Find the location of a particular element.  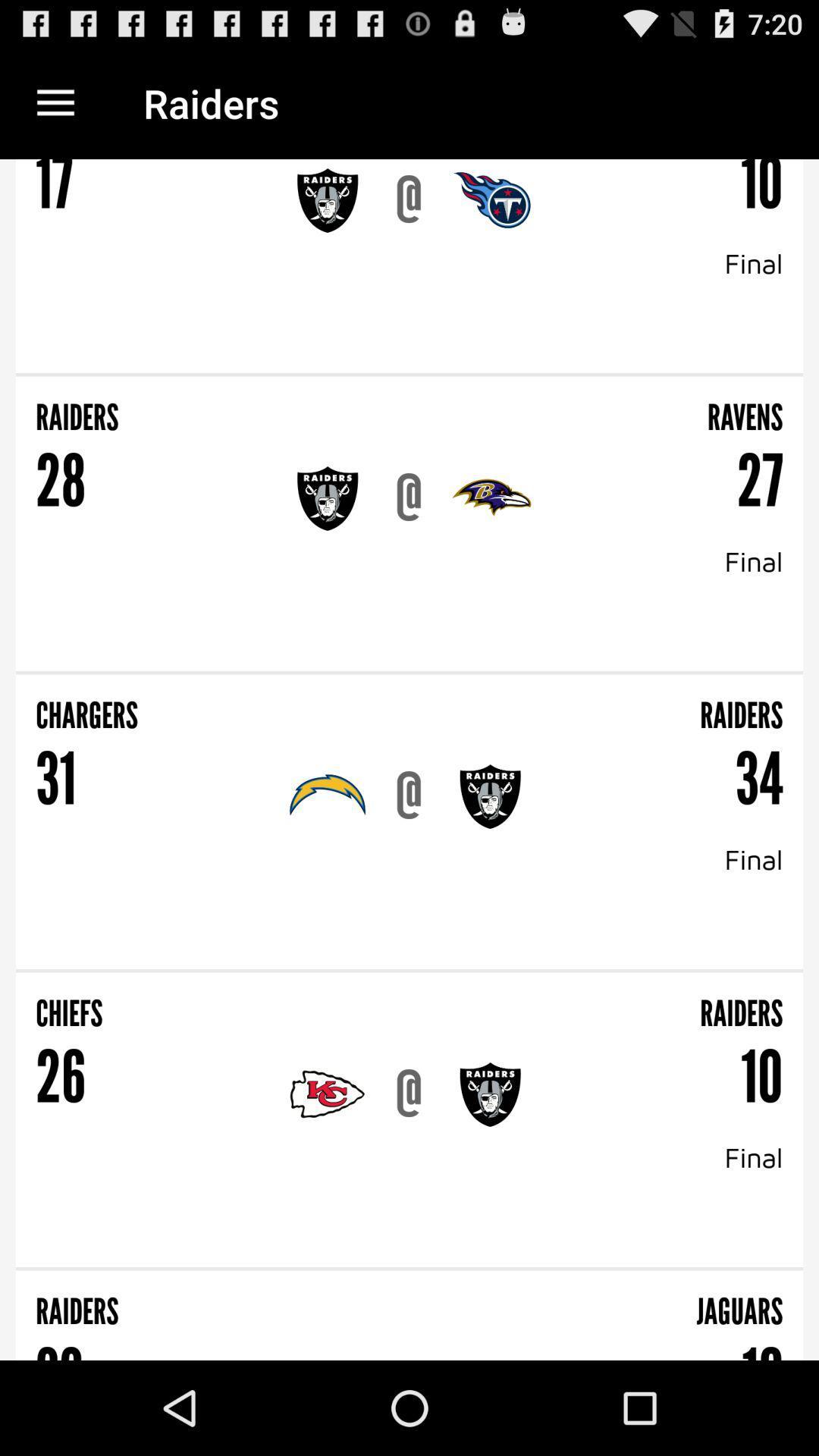

the item above the 17 is located at coordinates (55, 102).